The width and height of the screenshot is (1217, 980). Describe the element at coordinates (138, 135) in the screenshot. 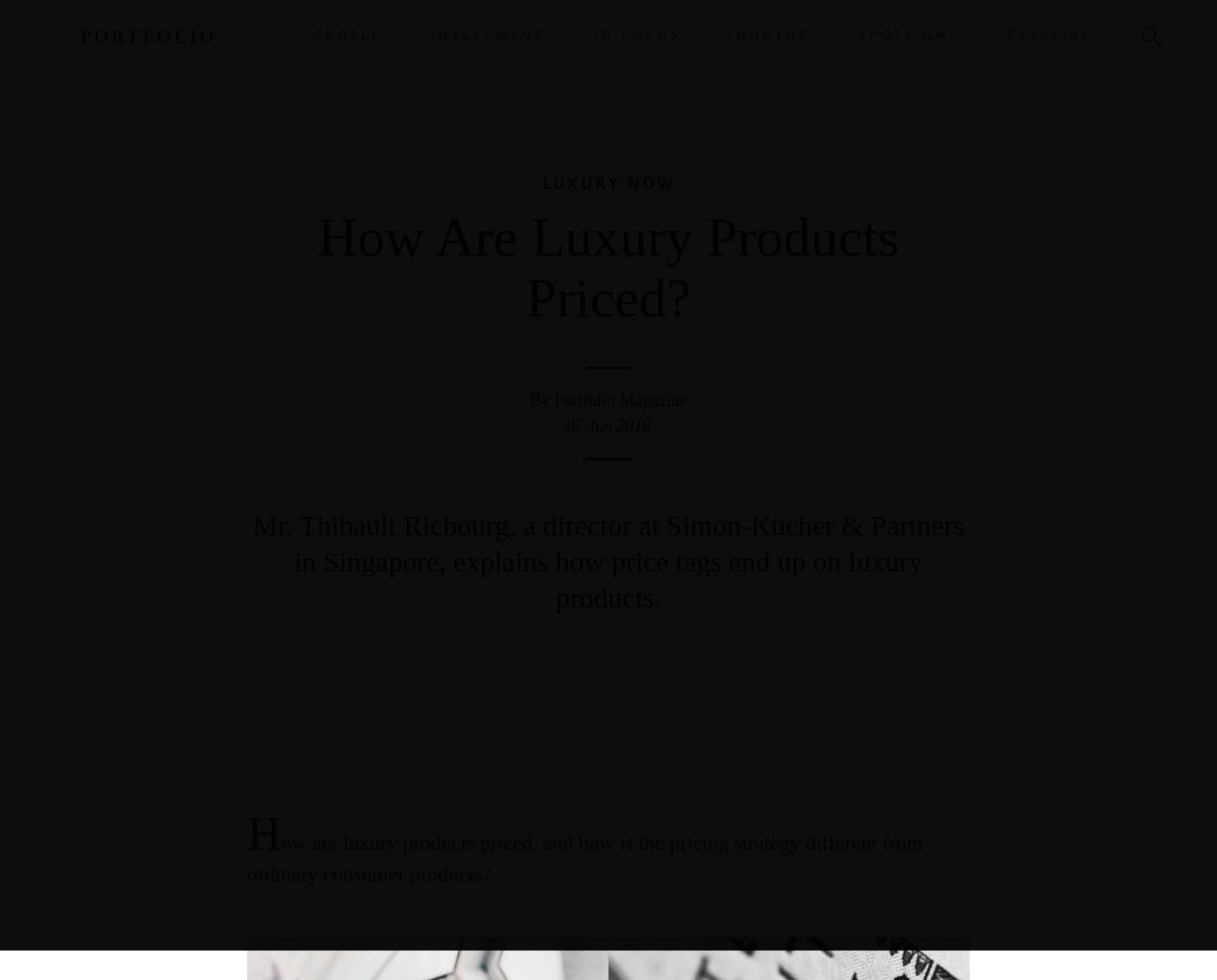

I see `'Back'` at that location.